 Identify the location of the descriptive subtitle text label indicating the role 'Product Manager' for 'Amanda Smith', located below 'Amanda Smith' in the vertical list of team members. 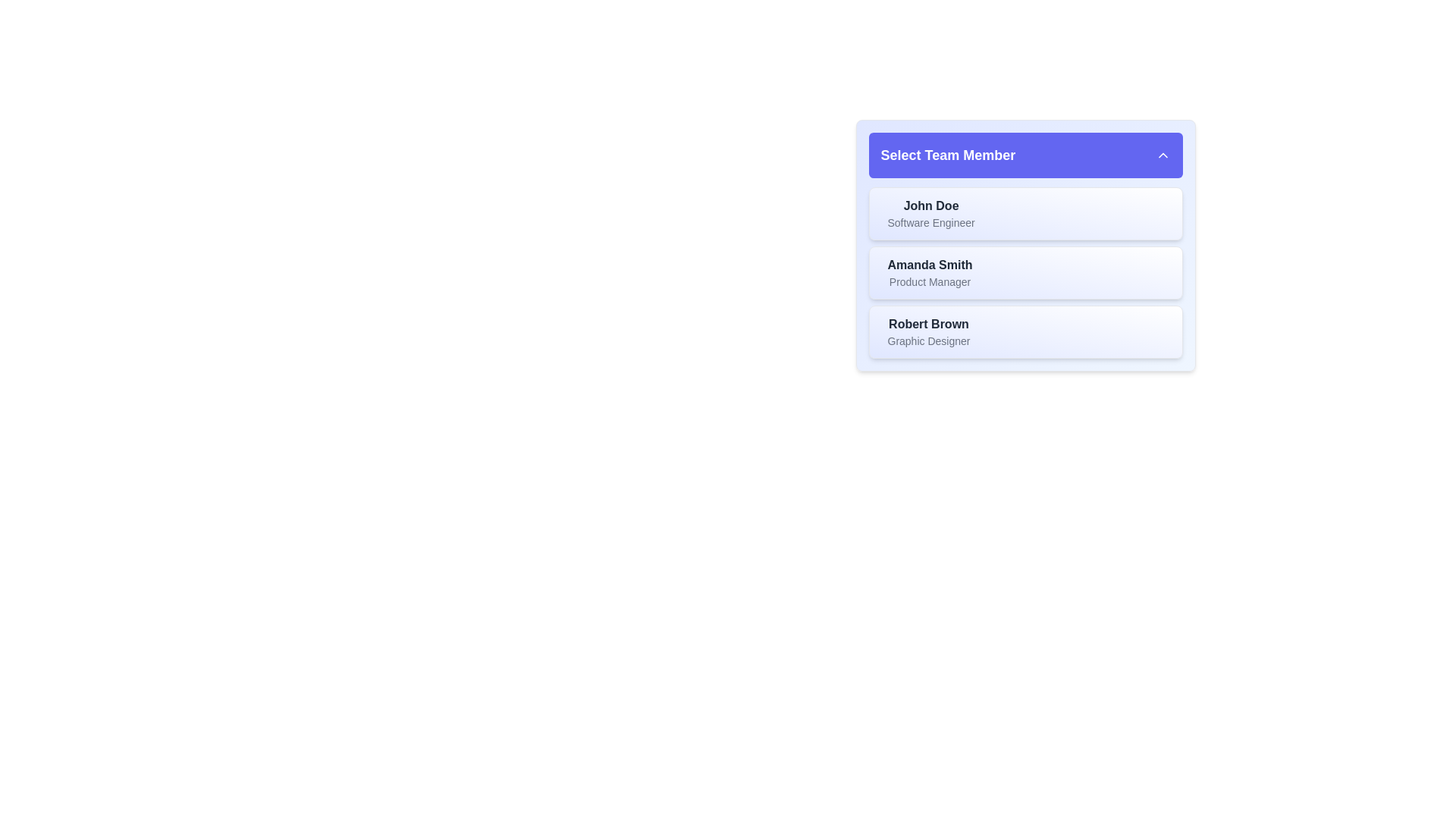
(929, 281).